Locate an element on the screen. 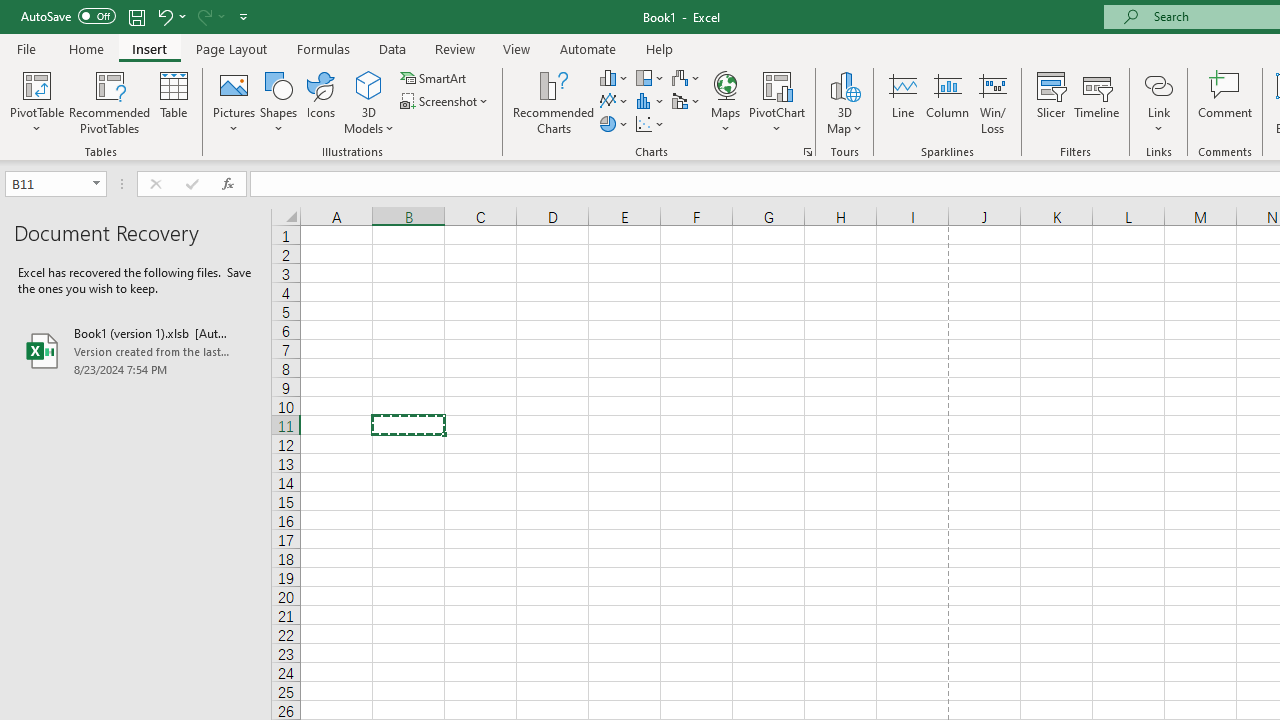  '3D Models' is located at coordinates (369, 103).